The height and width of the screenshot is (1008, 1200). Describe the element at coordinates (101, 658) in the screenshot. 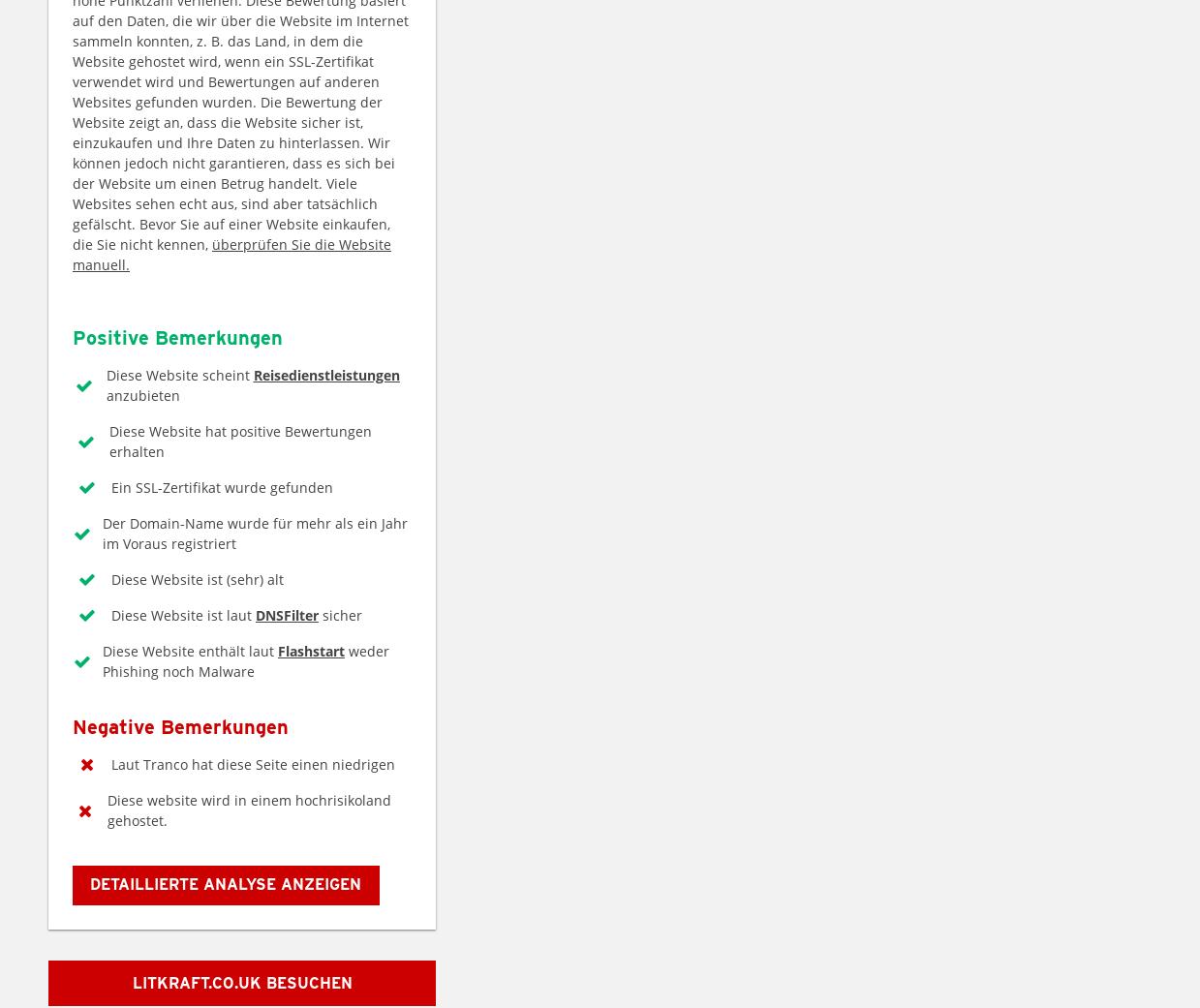

I see `'weder Phishing noch Malware'` at that location.